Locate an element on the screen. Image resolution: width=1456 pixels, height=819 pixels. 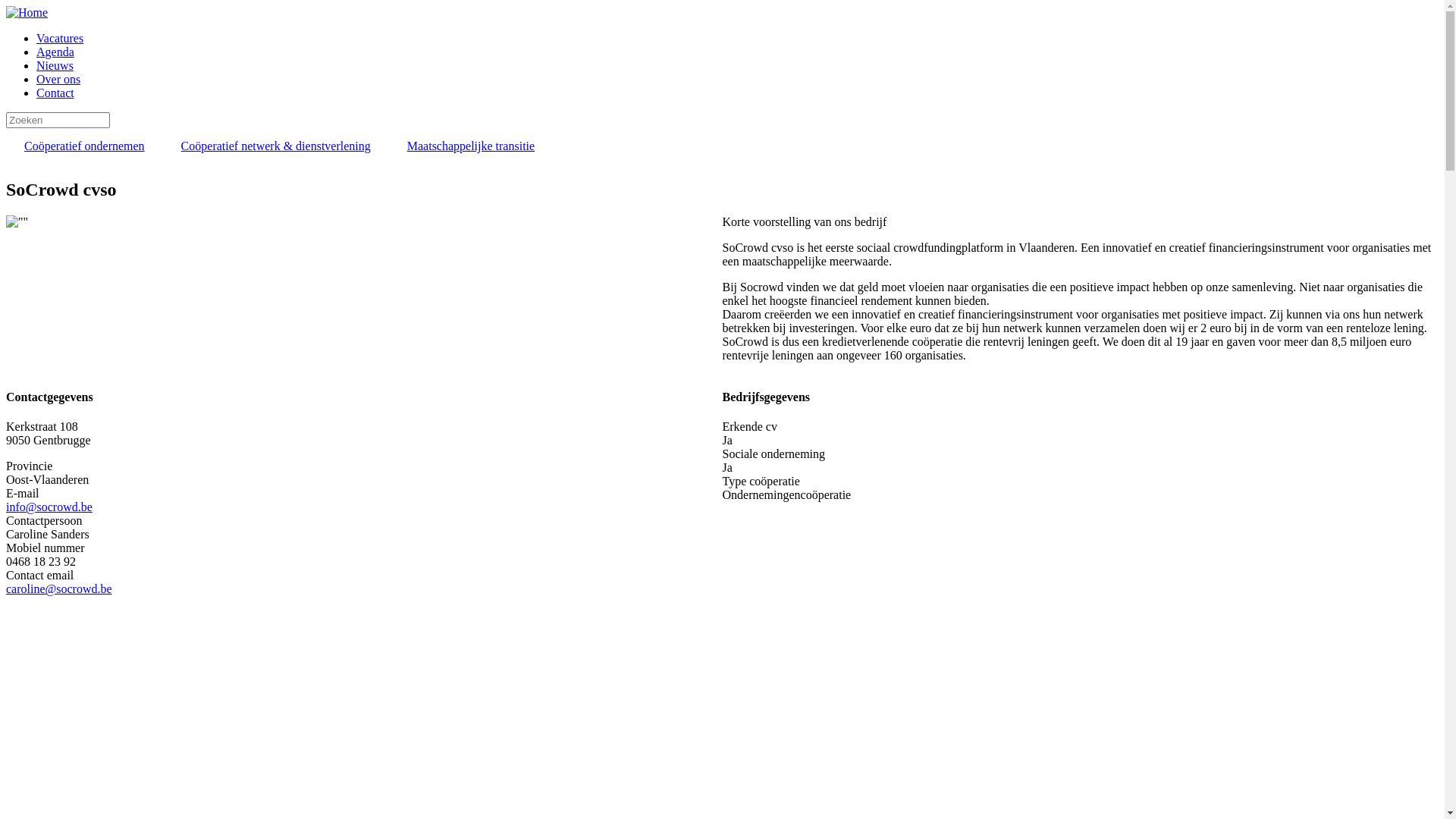
'Contact' is located at coordinates (55, 93).